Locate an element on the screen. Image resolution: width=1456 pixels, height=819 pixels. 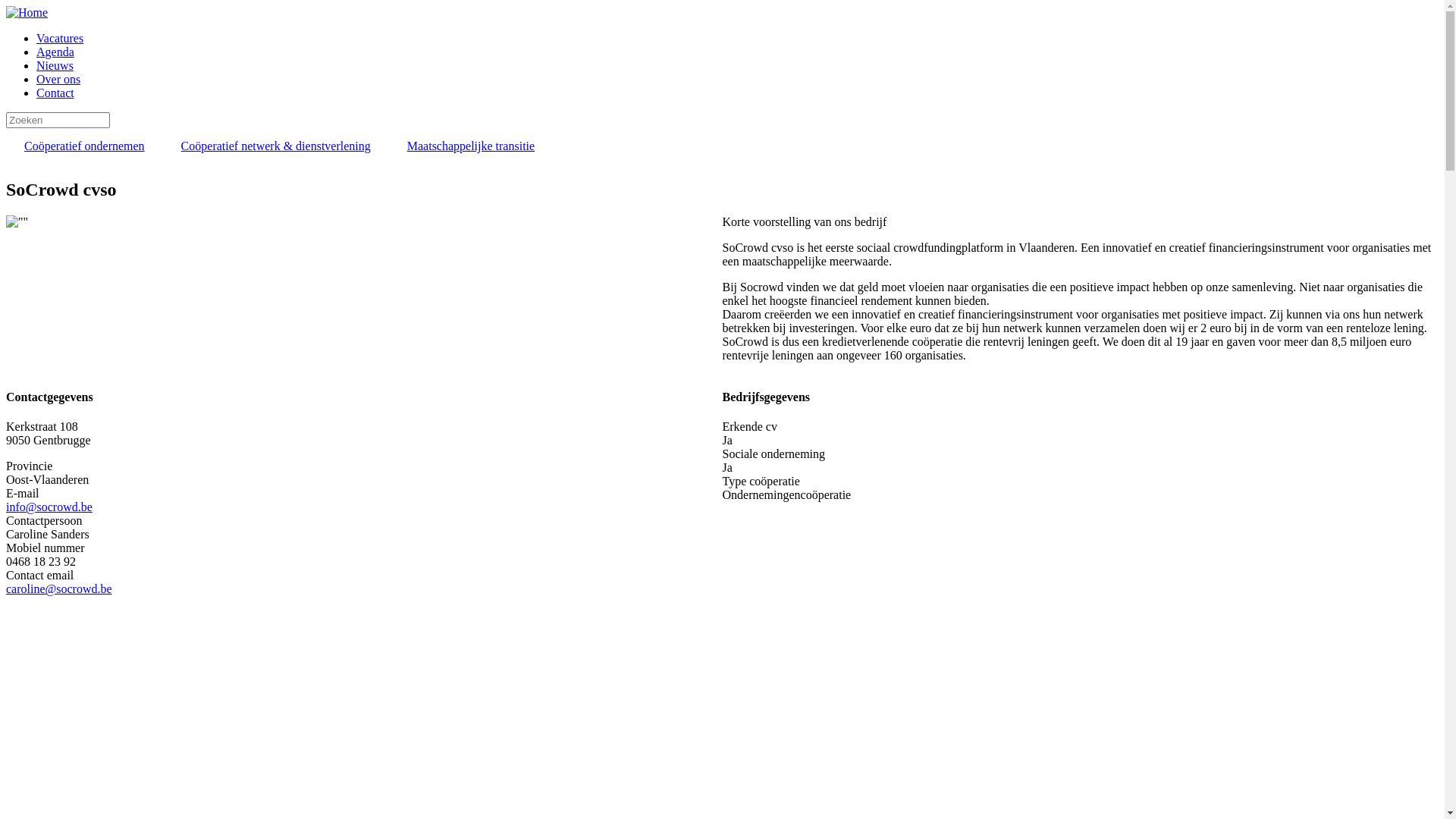
'Contact' is located at coordinates (55, 93).